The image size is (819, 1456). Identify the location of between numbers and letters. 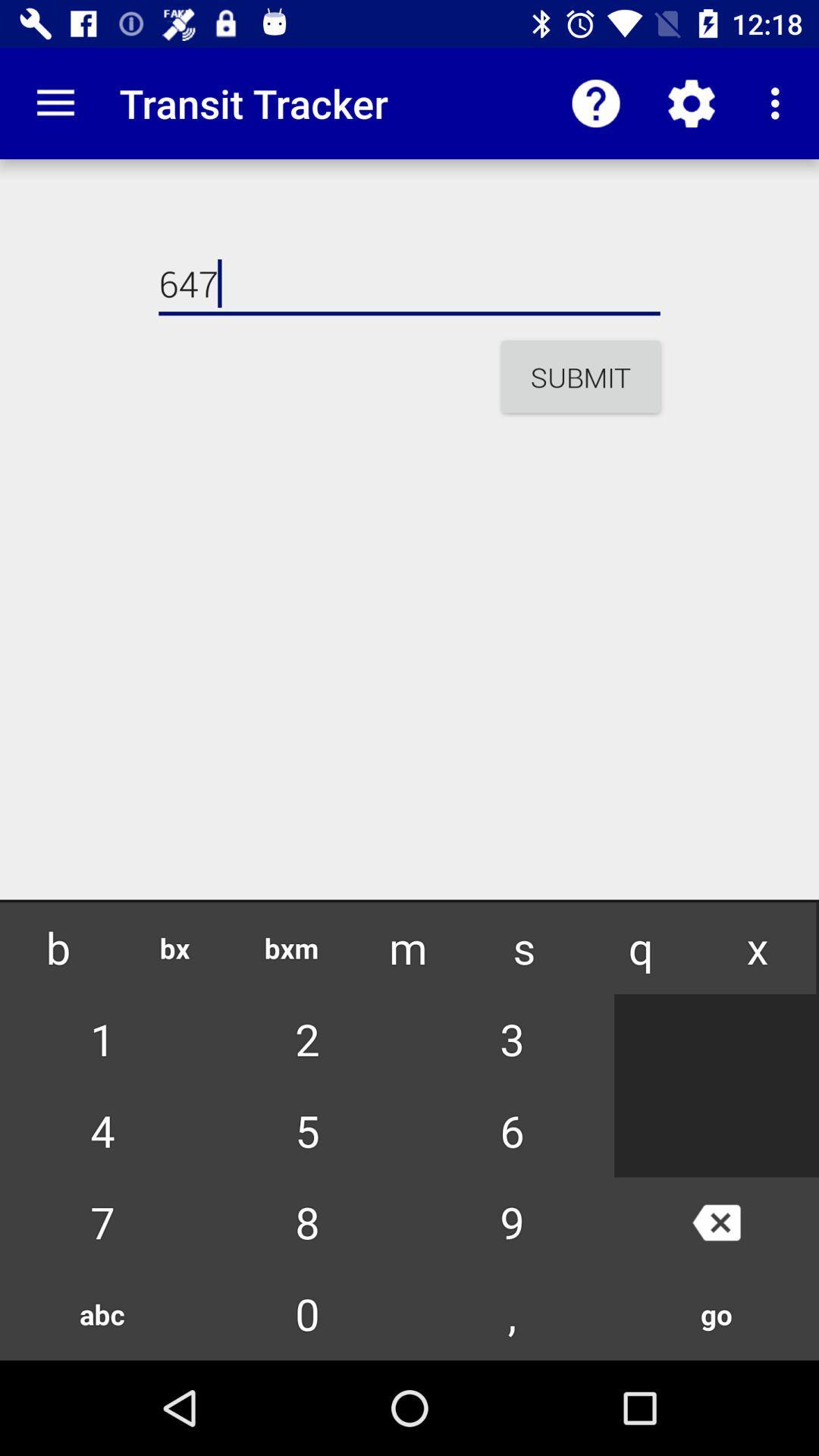
(409, 1295).